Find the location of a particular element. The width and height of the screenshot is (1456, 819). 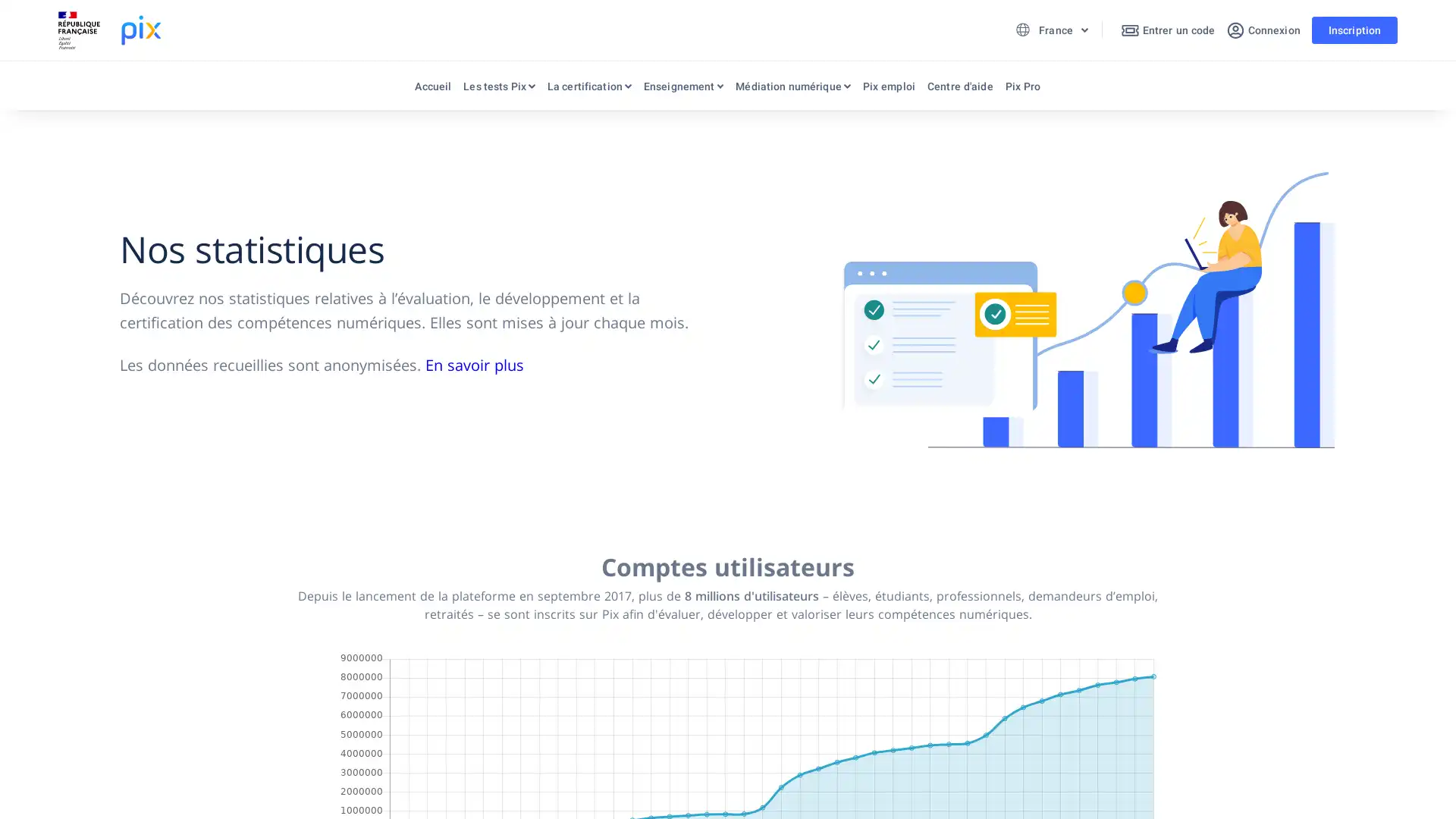

Les tests Pix is located at coordinates (498, 89).